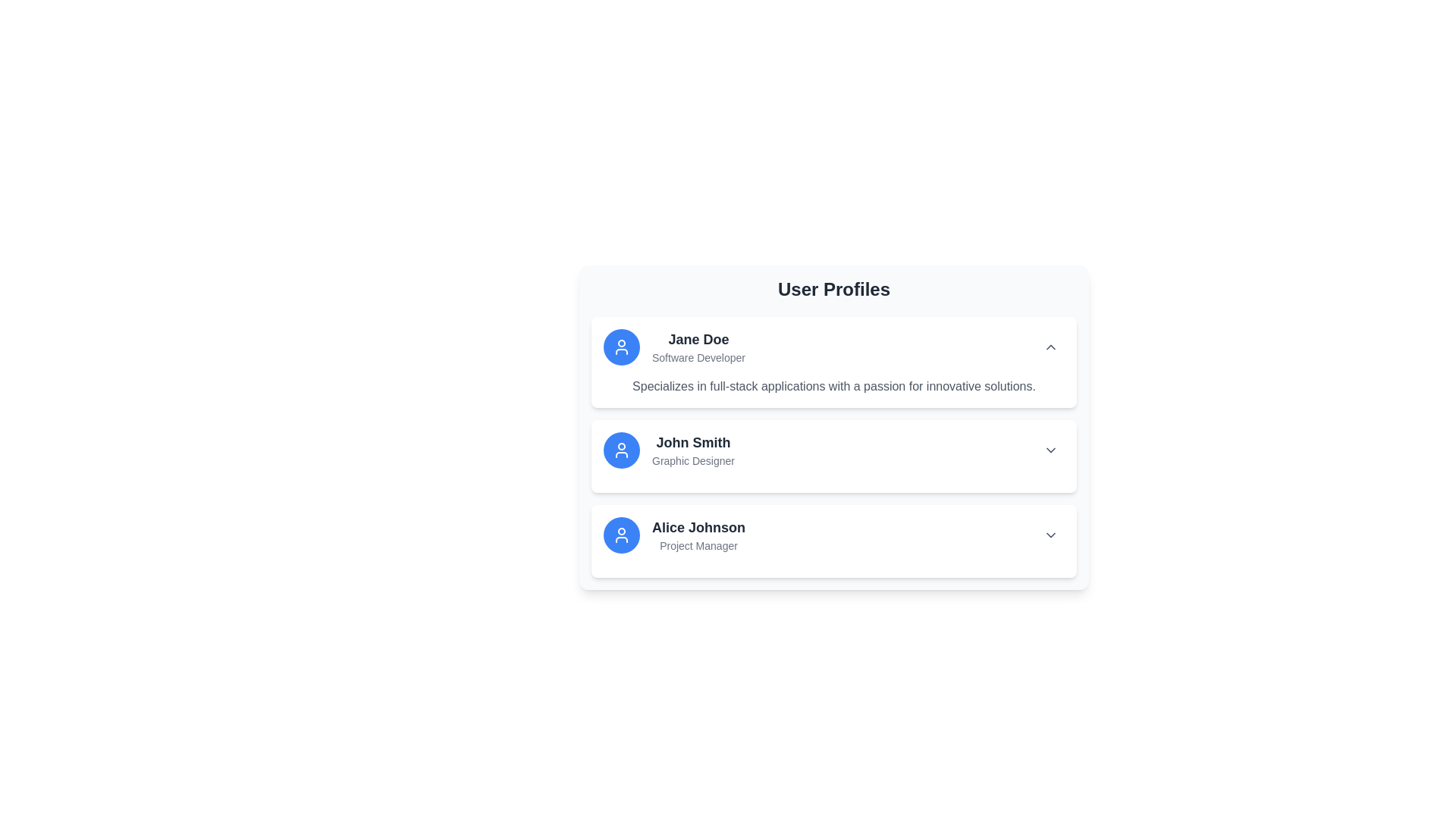  I want to click on the Profile card component for 'Alice Johnson', which features a circular blue icon with a white user outline, followed by the name 'Alice Johnson' in bold and title 'Project Manager' in gray font, so click(673, 534).